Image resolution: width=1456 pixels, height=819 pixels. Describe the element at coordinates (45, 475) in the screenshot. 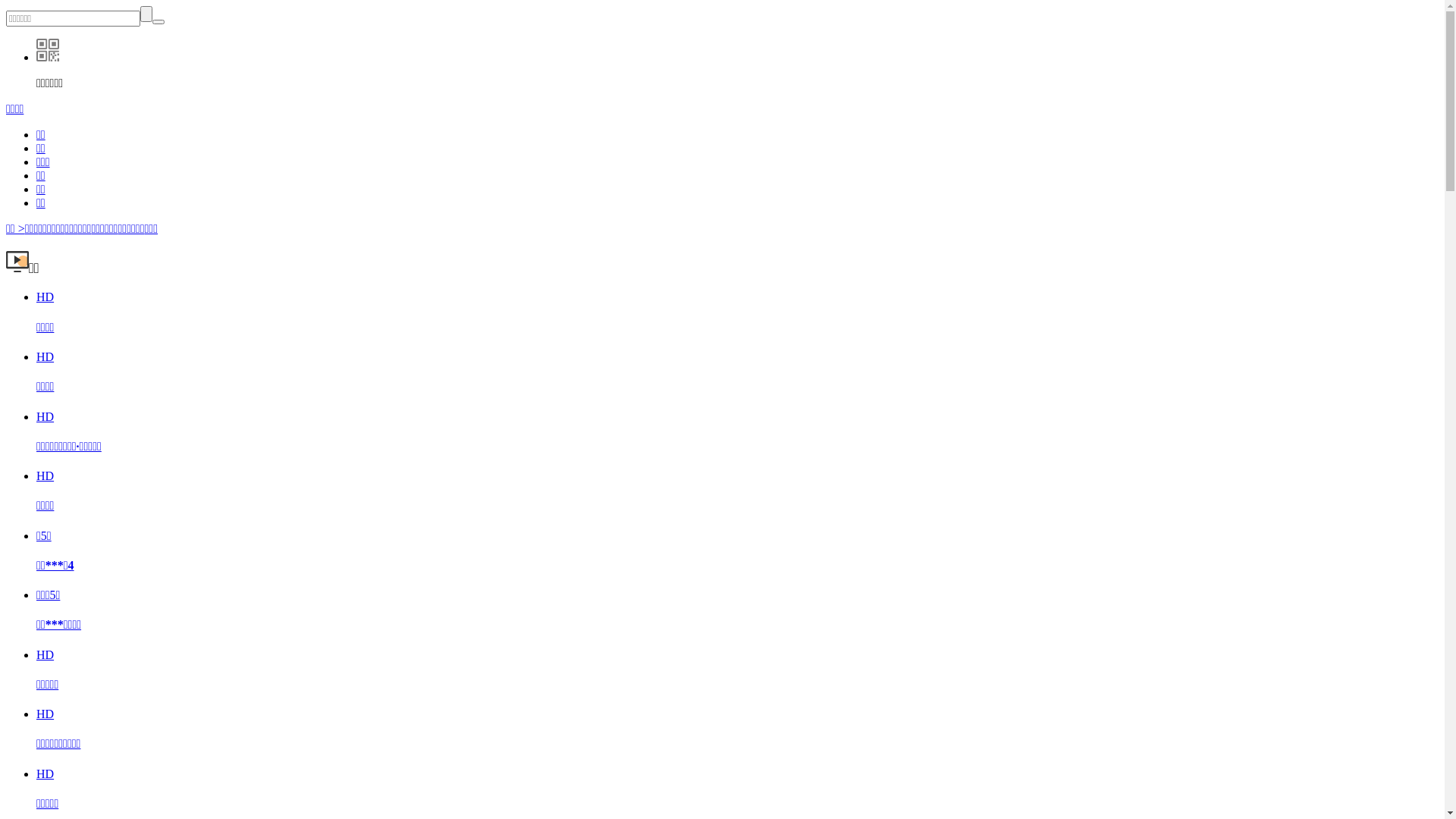

I see `'HD'` at that location.